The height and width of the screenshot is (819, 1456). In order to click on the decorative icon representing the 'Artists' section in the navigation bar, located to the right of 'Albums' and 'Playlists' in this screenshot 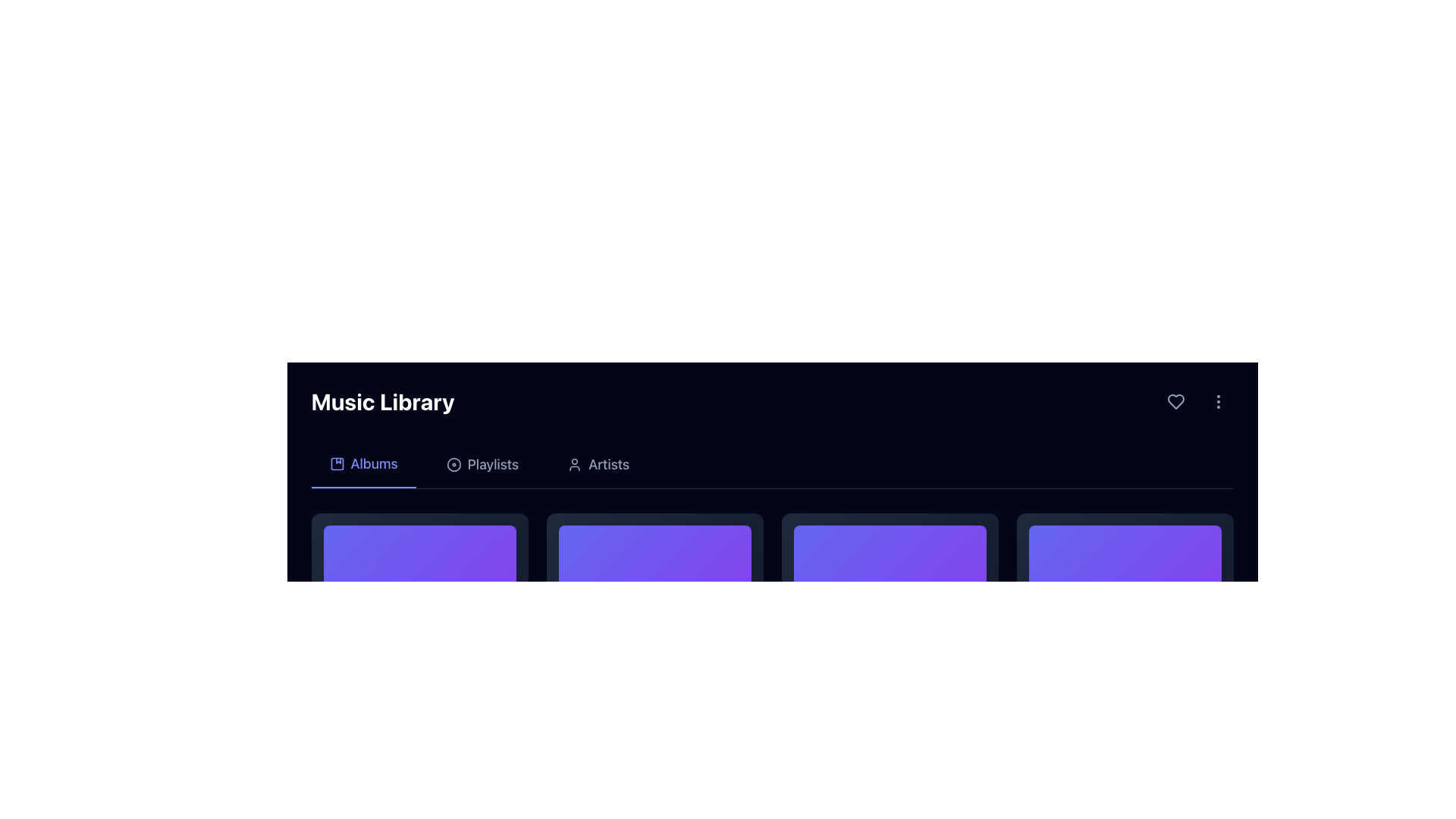, I will do `click(574, 464)`.